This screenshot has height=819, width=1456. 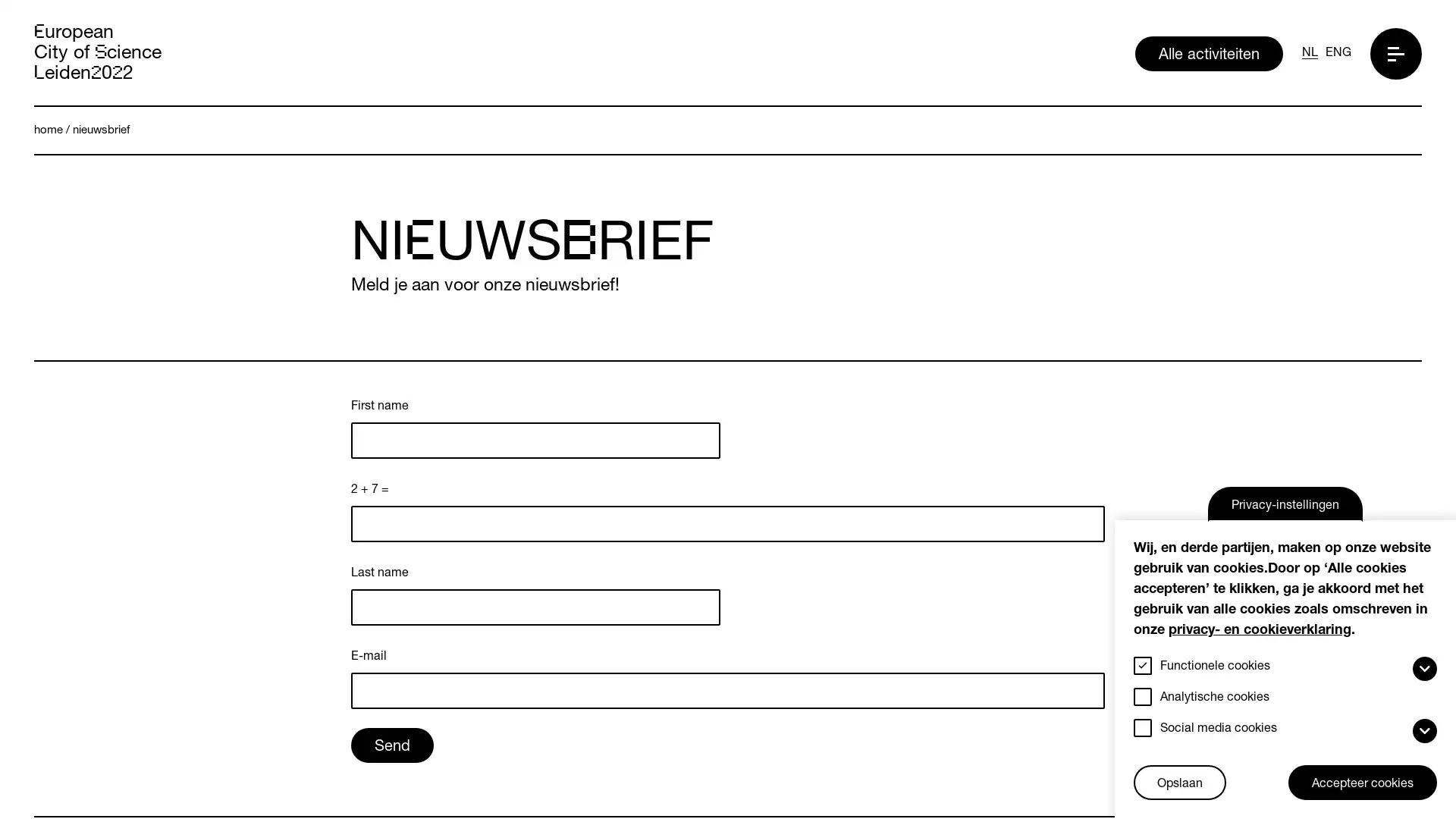 What do you see at coordinates (1362, 783) in the screenshot?
I see `Accepteer cookies` at bounding box center [1362, 783].